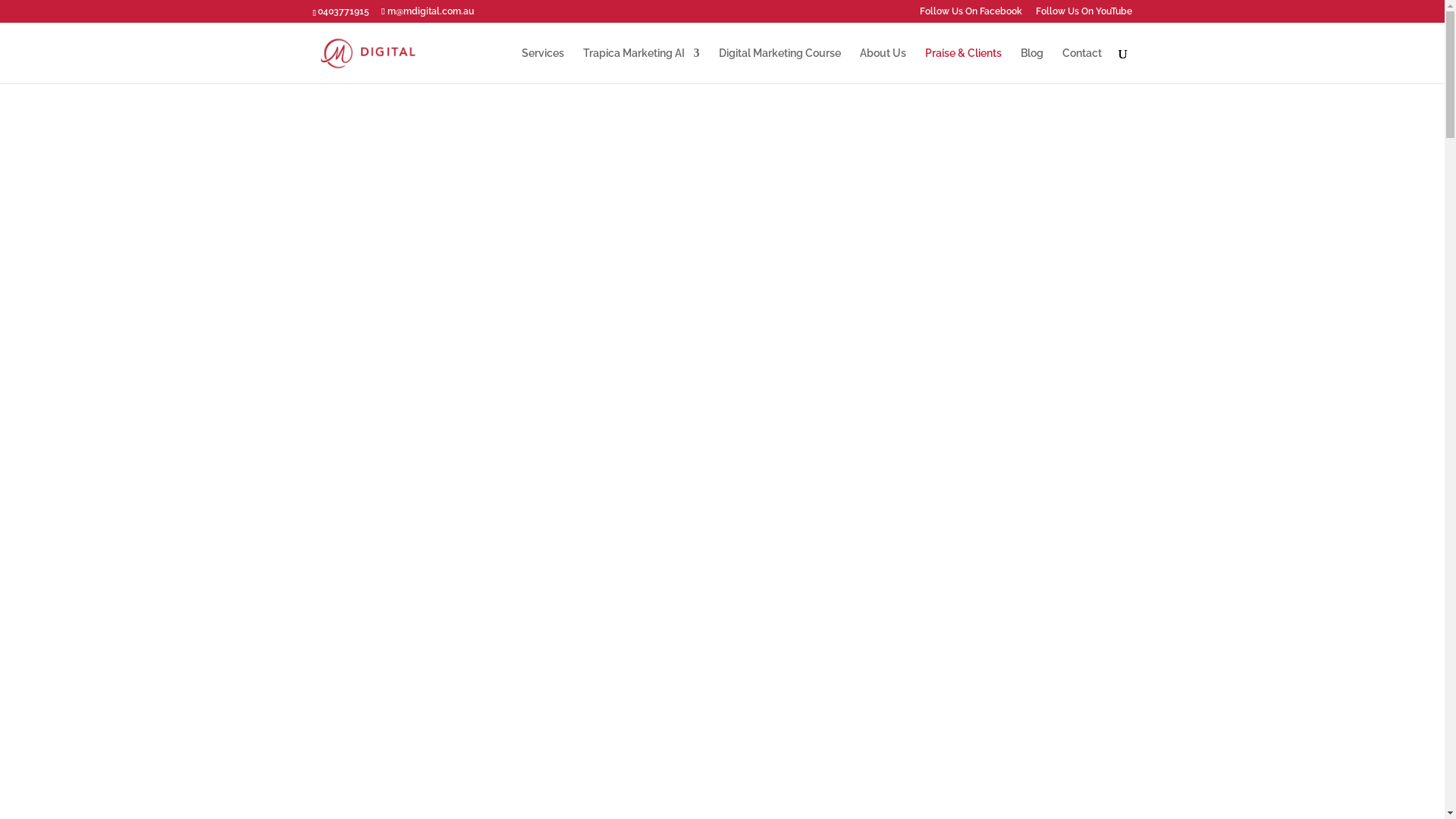  What do you see at coordinates (1083, 14) in the screenshot?
I see `'Follow Us On YouTube'` at bounding box center [1083, 14].